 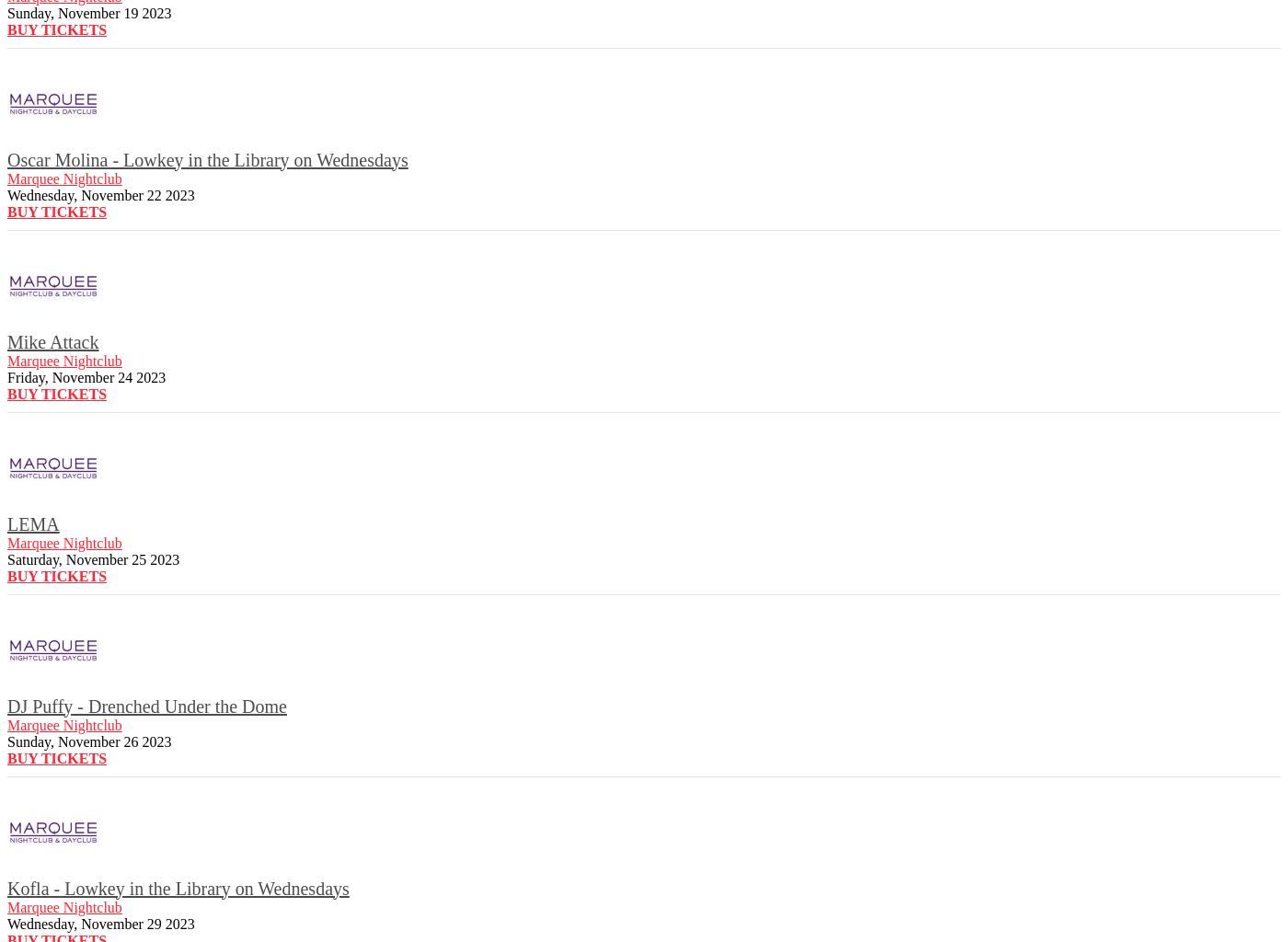 I want to click on 'LEMA', so click(x=32, y=523).